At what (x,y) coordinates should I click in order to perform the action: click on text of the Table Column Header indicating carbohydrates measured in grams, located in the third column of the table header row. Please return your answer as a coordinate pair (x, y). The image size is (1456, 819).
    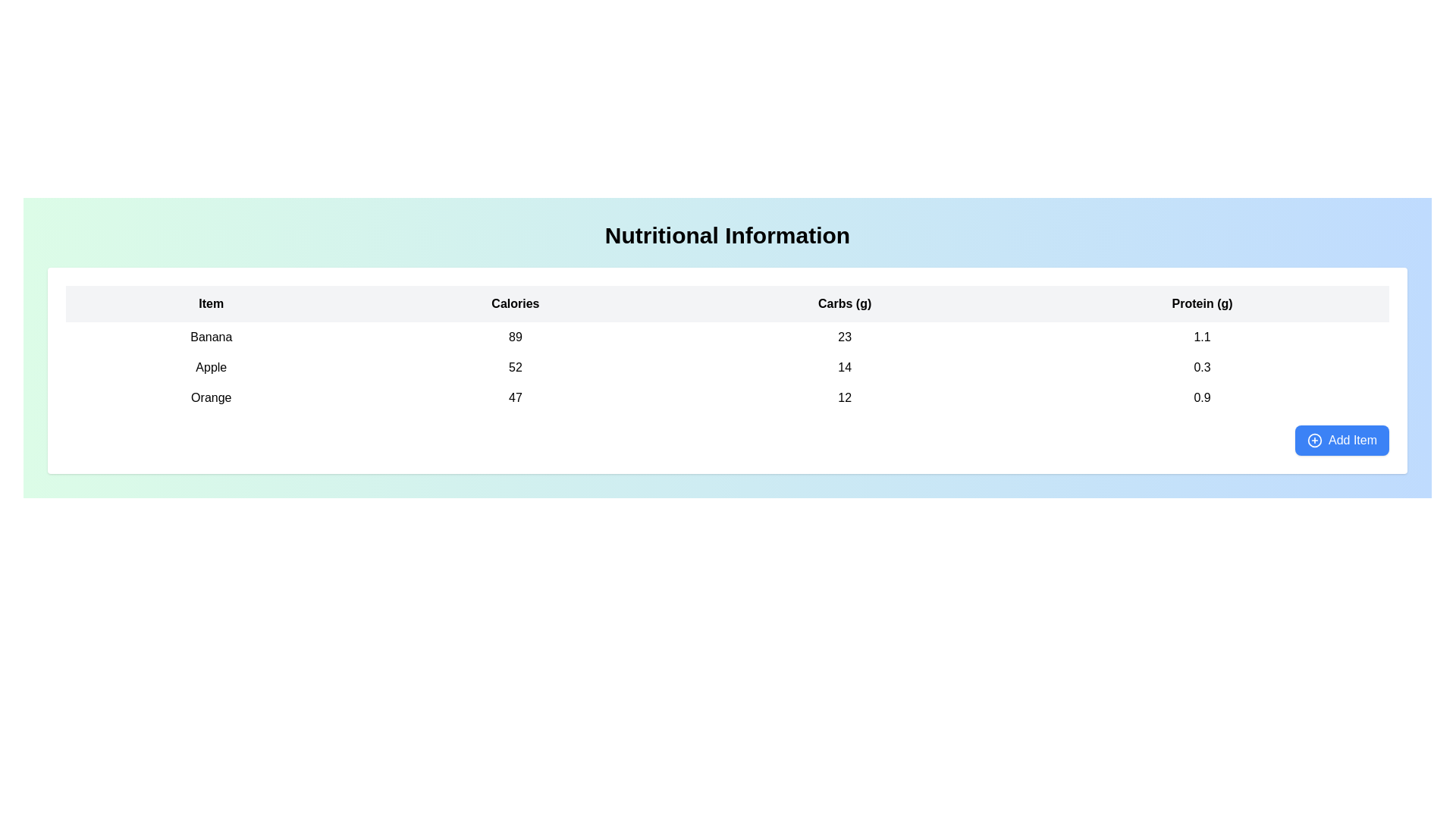
    Looking at the image, I should click on (844, 304).